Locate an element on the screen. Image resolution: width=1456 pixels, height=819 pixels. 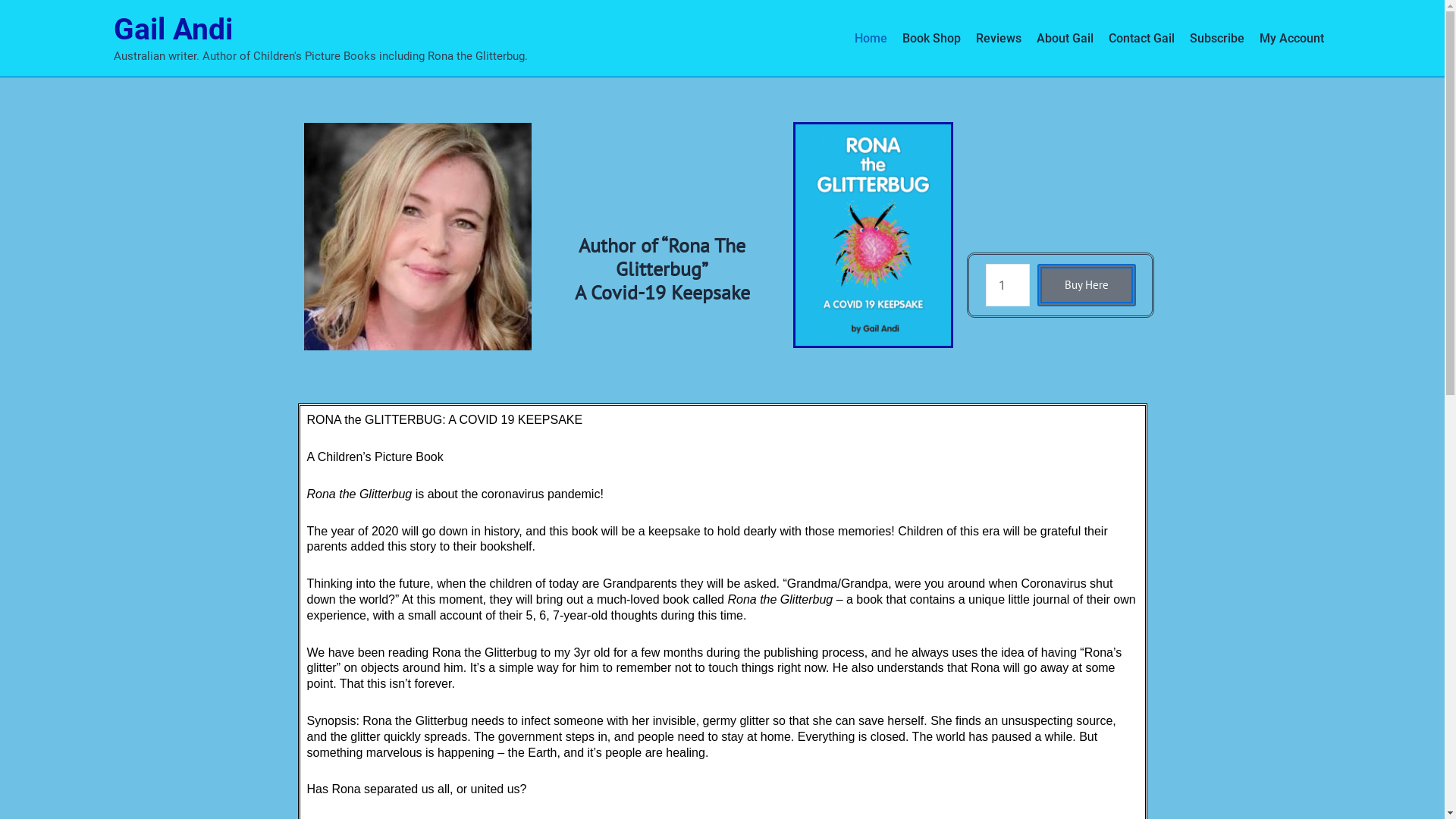
'Gail Andi' is located at coordinates (112, 29).